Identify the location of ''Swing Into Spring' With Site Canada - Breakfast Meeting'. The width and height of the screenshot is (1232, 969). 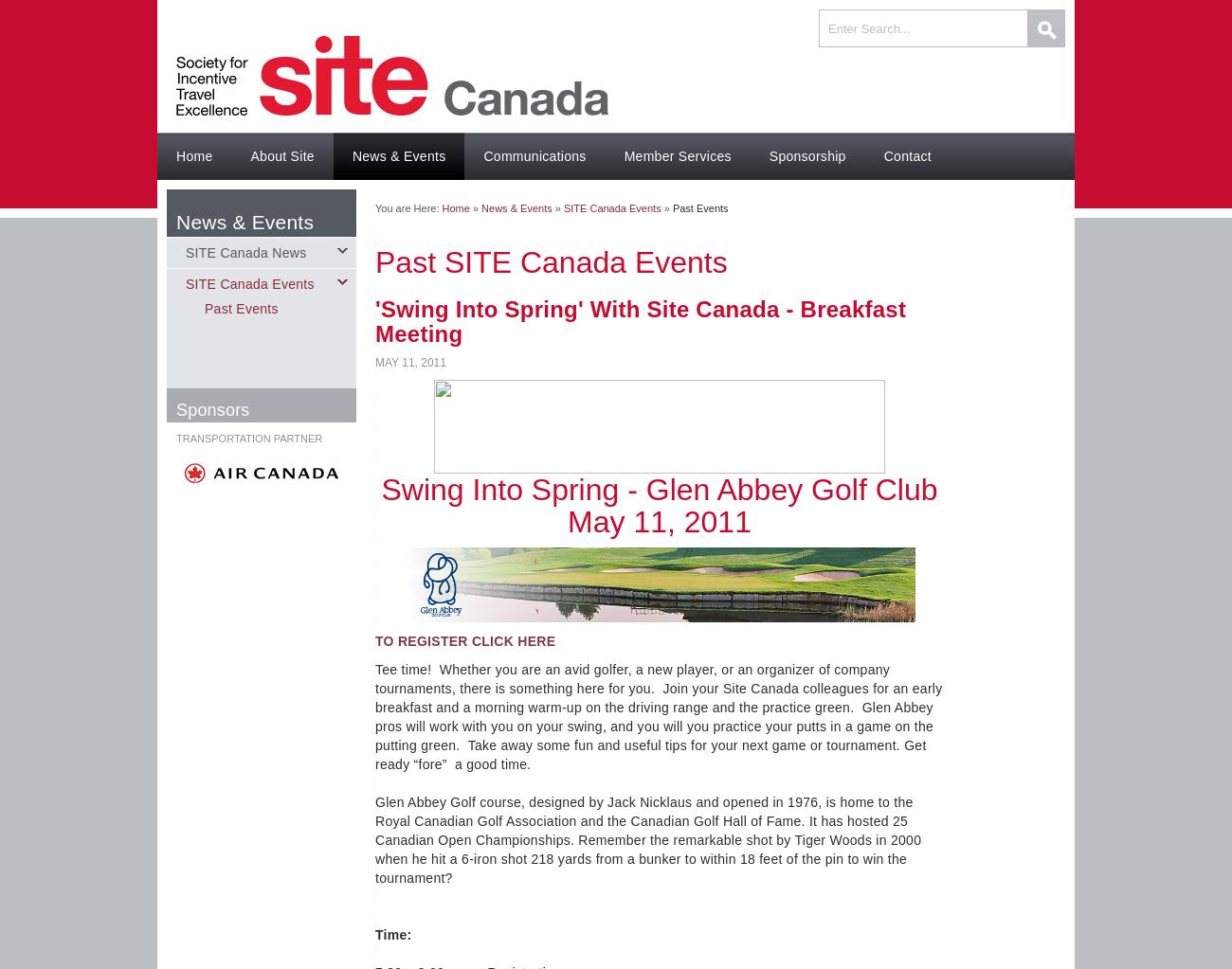
(640, 321).